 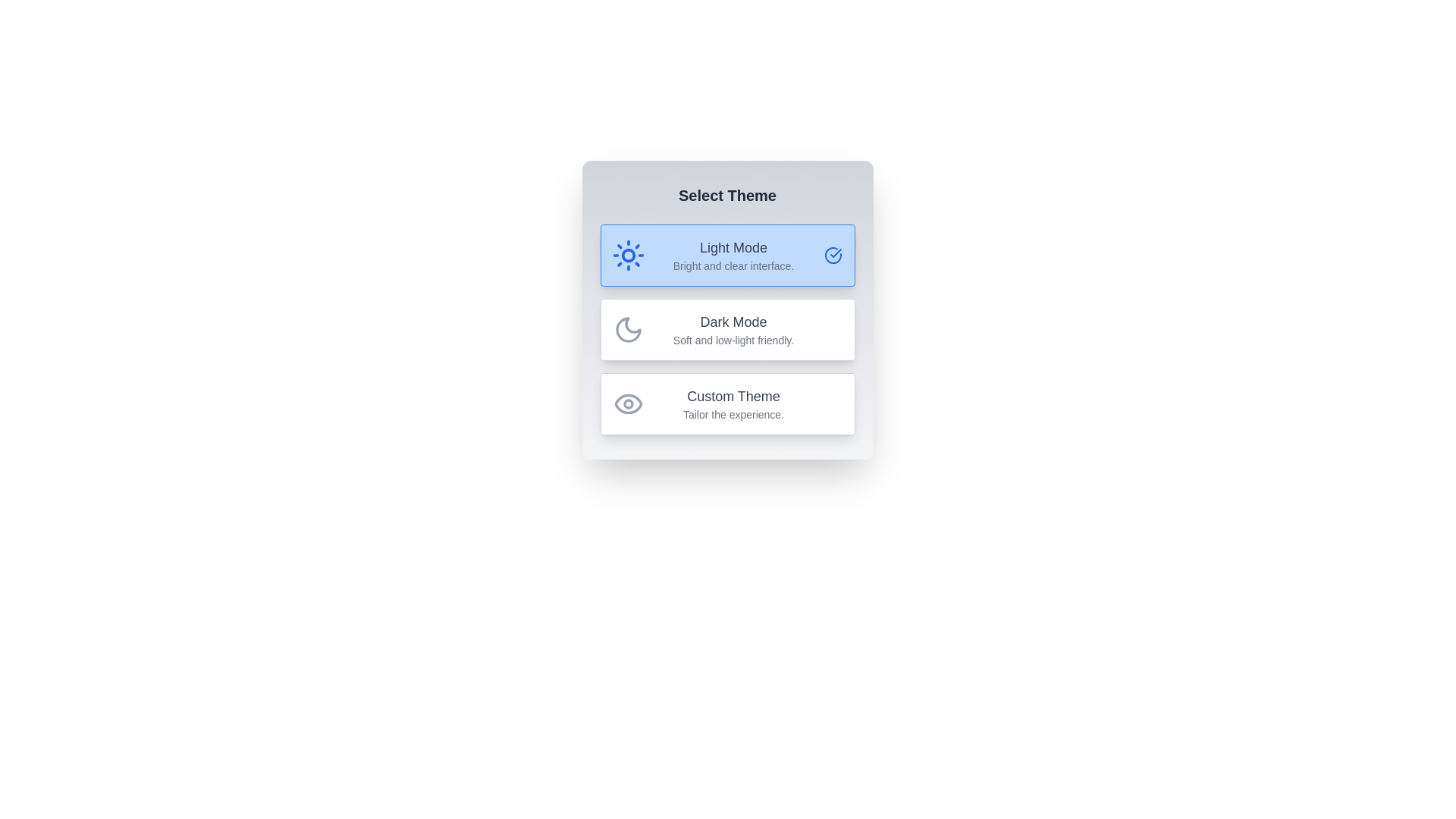 I want to click on text content of the Descriptive Label located directly below the 'Custom Theme' heading, so click(x=733, y=415).